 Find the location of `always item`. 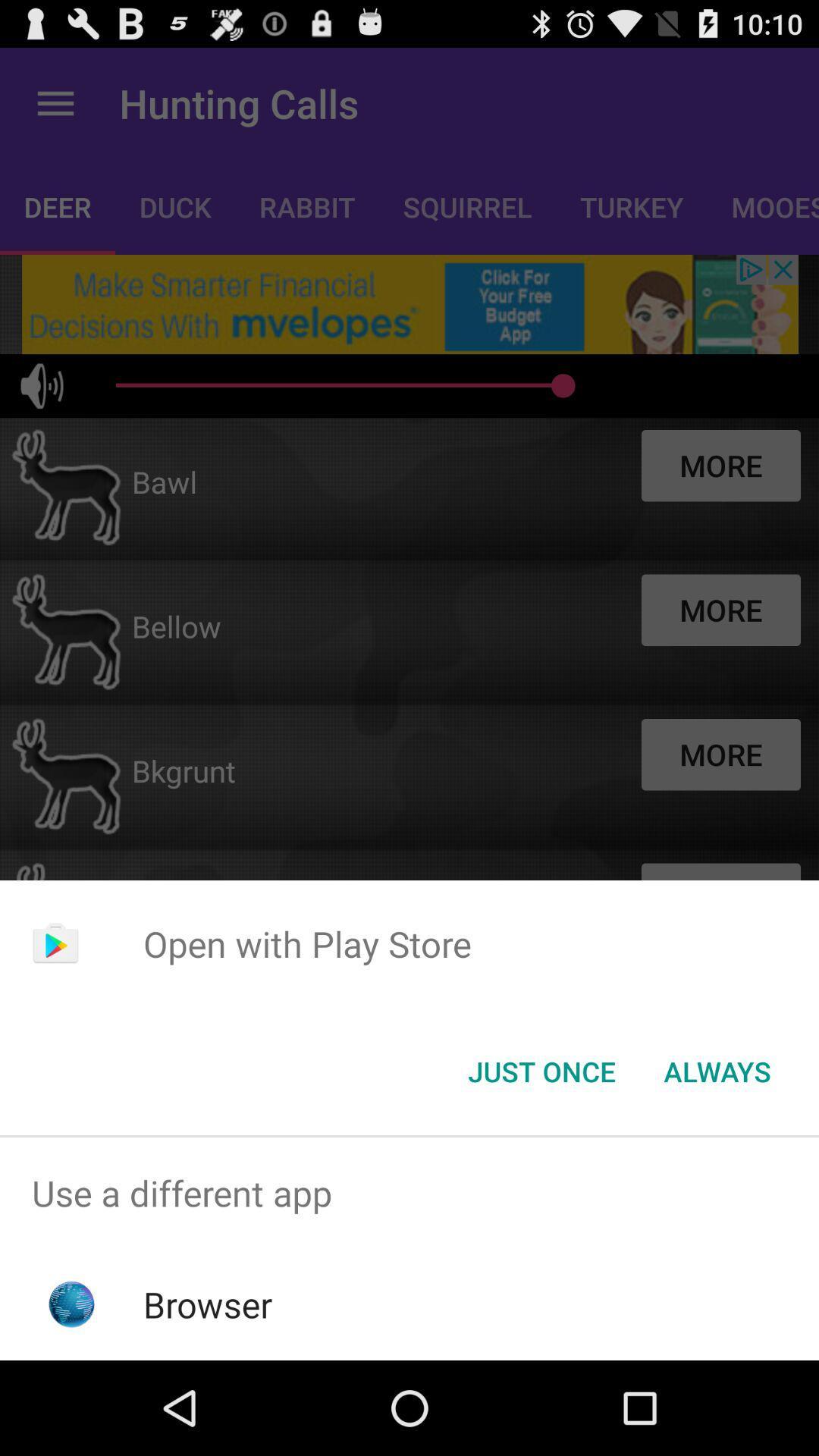

always item is located at coordinates (717, 1070).